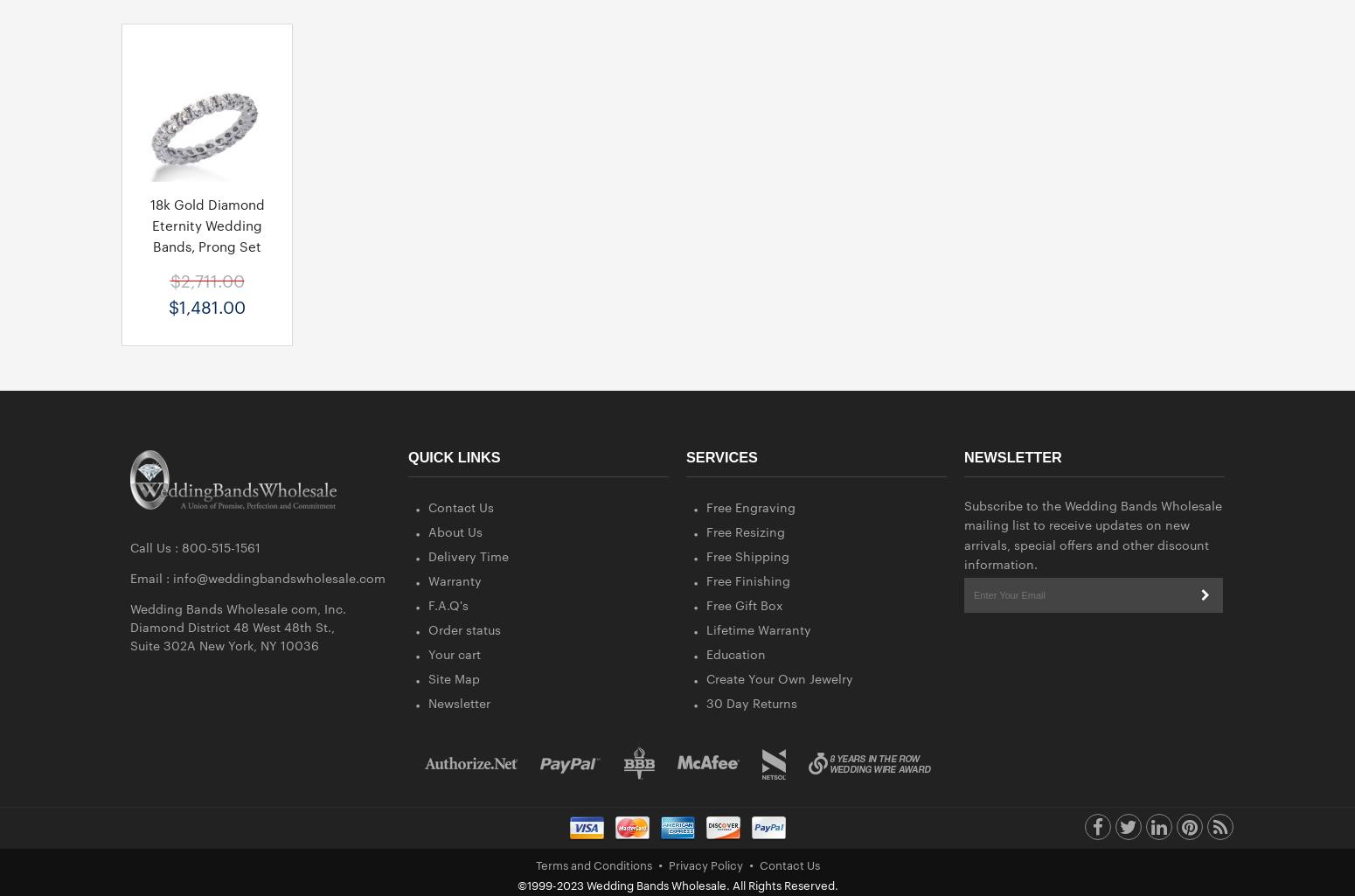  Describe the element at coordinates (744, 604) in the screenshot. I see `'Free Gift Box'` at that location.